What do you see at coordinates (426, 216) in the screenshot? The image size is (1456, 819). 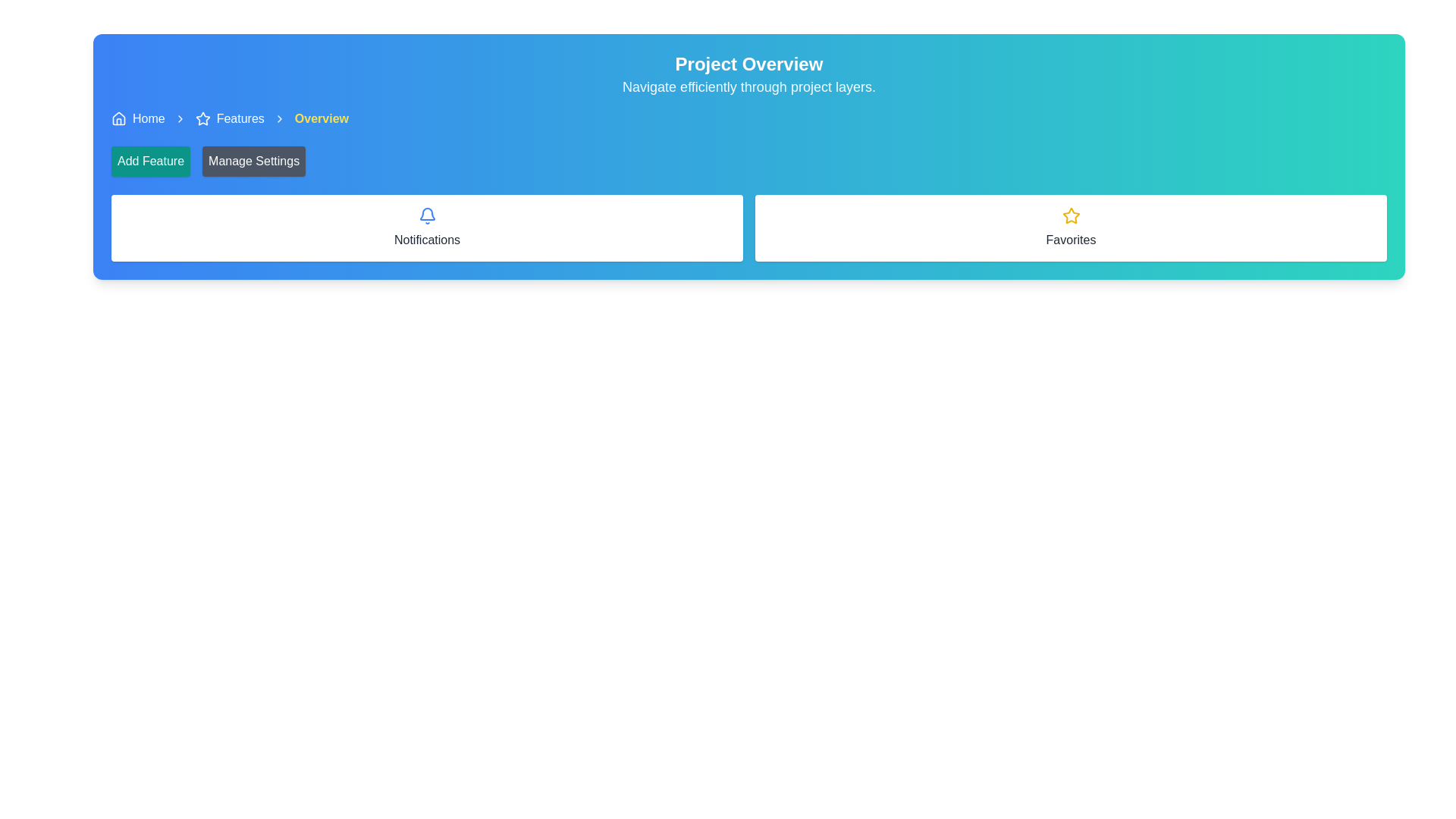 I see `the notification icon located above the 'Notifications' text in the white box under the 'Project Overview' header` at bounding box center [426, 216].